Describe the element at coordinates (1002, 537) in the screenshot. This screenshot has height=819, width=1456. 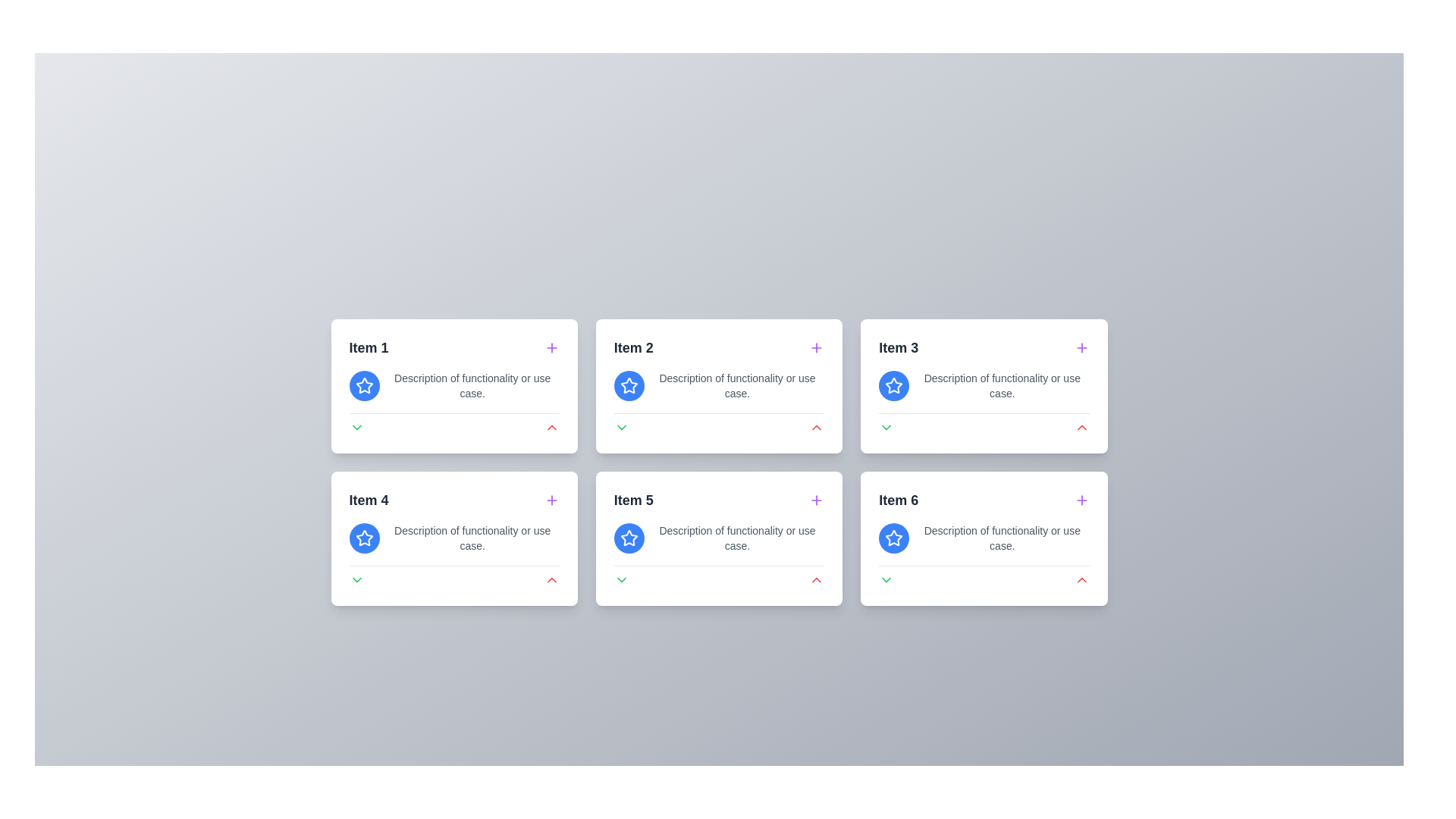
I see `the text label that says 'Description of functionality or use case.' located under the star icon within the card labeled 'Item 6'` at that location.